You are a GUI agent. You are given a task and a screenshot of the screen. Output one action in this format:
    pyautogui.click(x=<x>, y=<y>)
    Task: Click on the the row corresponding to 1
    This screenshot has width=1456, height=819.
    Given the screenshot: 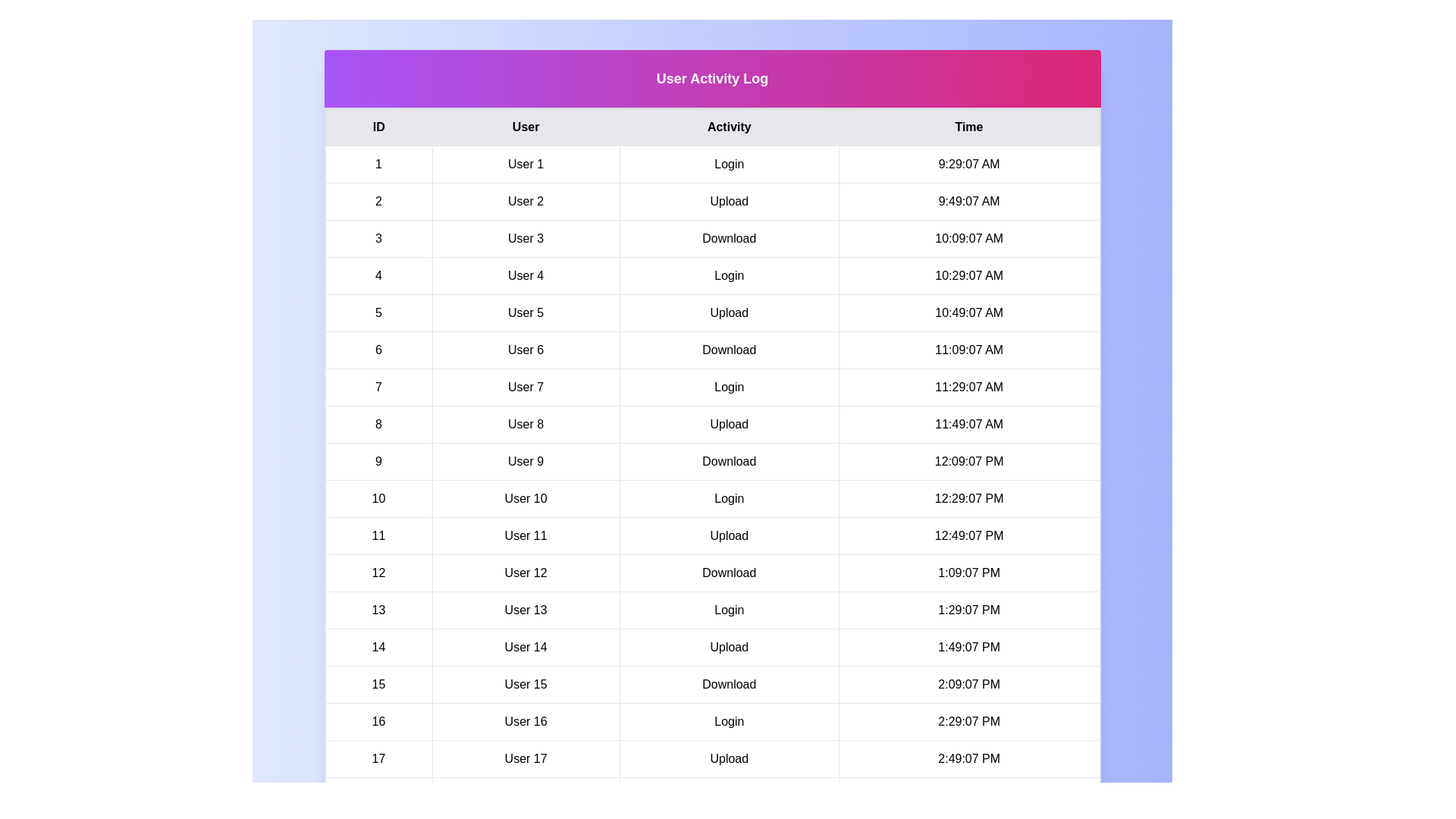 What is the action you would take?
    pyautogui.click(x=711, y=164)
    